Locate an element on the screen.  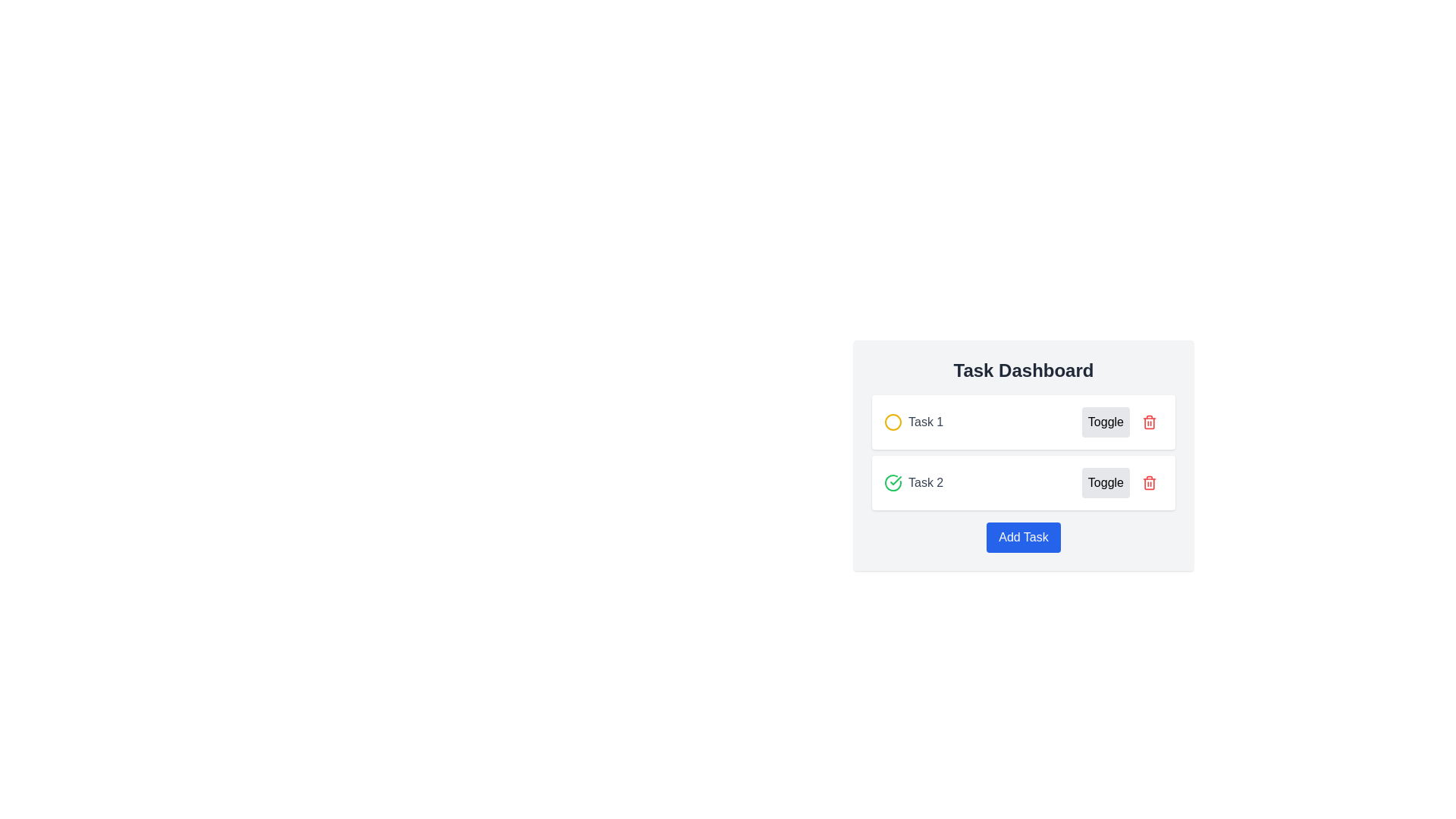
the toggle button located to the right of the 'Task 2' label in the second row of the task list is located at coordinates (1122, 482).